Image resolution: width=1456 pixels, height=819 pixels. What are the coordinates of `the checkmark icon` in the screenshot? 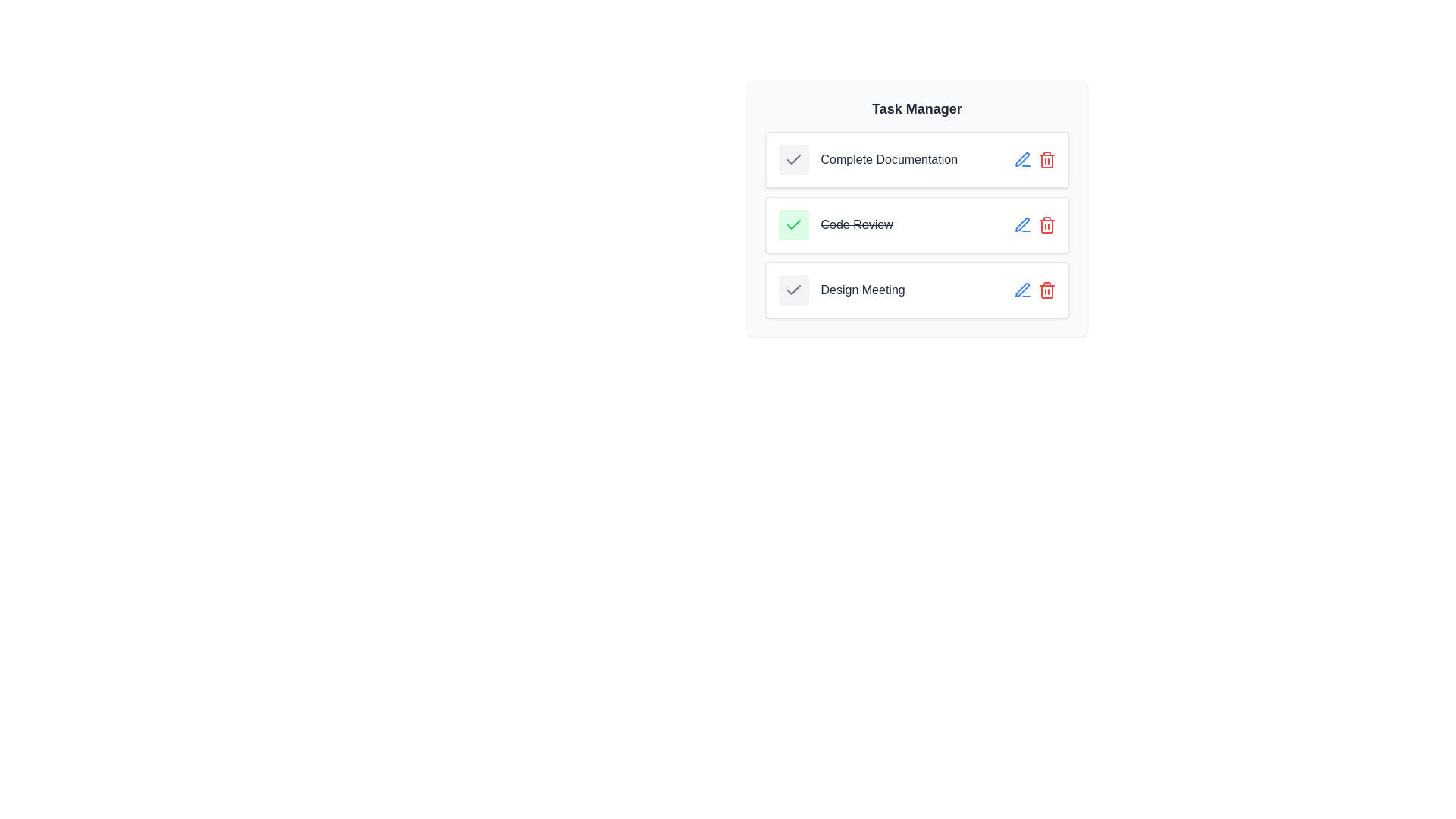 It's located at (792, 225).